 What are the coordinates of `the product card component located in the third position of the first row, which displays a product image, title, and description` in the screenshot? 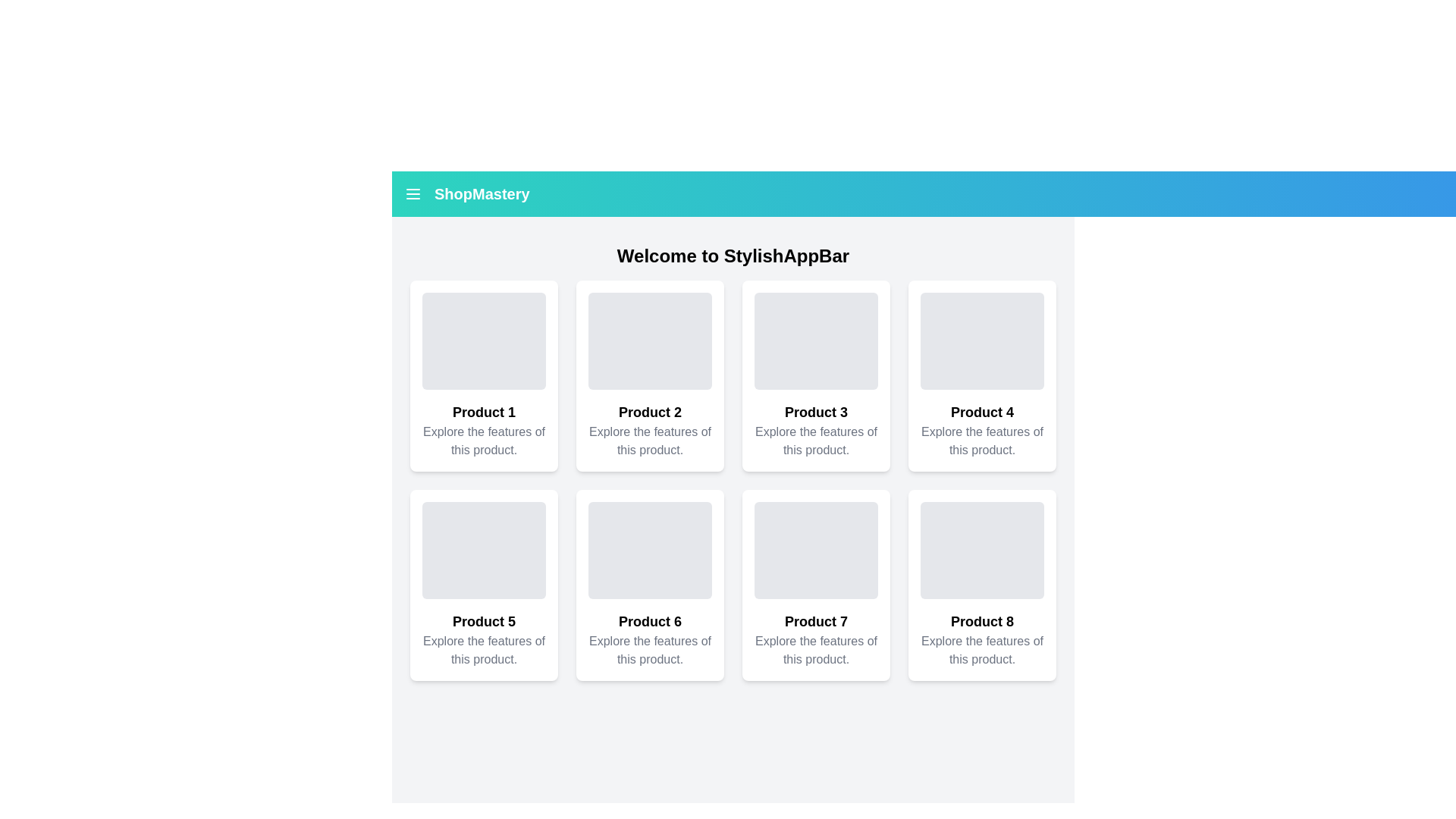 It's located at (815, 375).